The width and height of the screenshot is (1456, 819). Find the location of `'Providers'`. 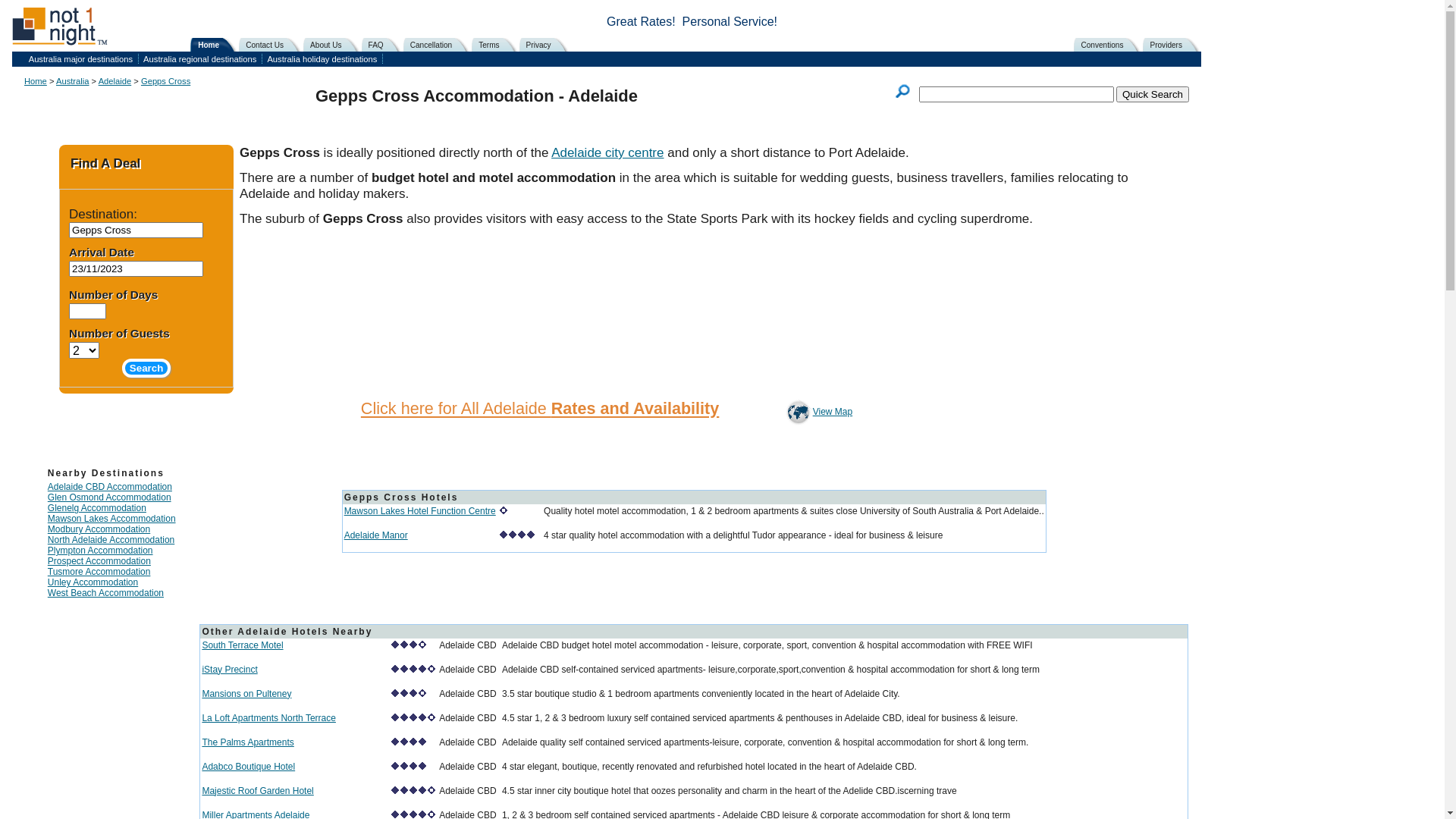

'Providers' is located at coordinates (1172, 43).